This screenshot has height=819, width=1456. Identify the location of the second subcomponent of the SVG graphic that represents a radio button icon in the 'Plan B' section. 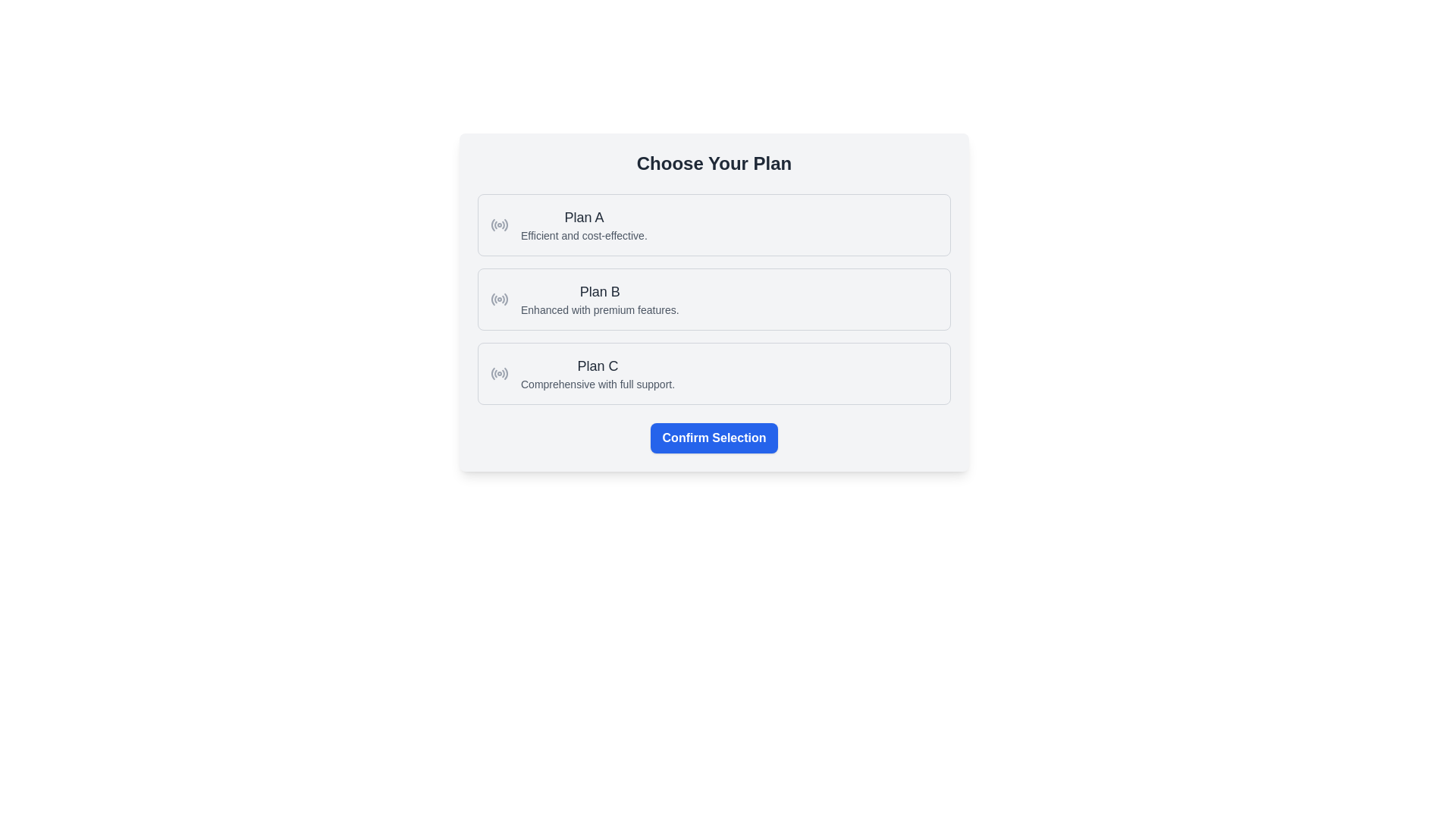
(495, 299).